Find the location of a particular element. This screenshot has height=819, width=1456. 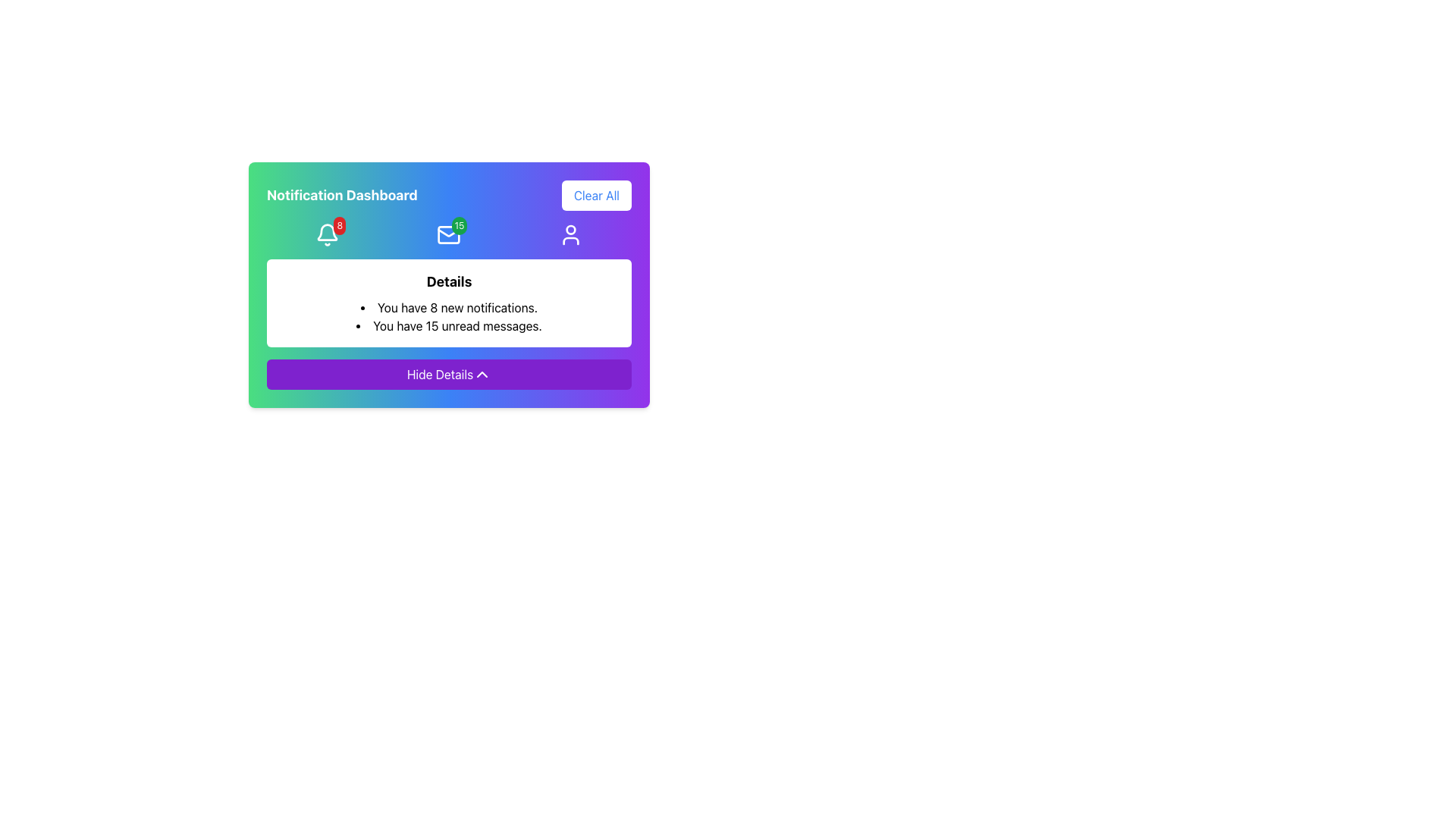

the rectangular SVG shape that represents the main body of the envelope icon located in the upper section of the notification dashboard is located at coordinates (448, 234).